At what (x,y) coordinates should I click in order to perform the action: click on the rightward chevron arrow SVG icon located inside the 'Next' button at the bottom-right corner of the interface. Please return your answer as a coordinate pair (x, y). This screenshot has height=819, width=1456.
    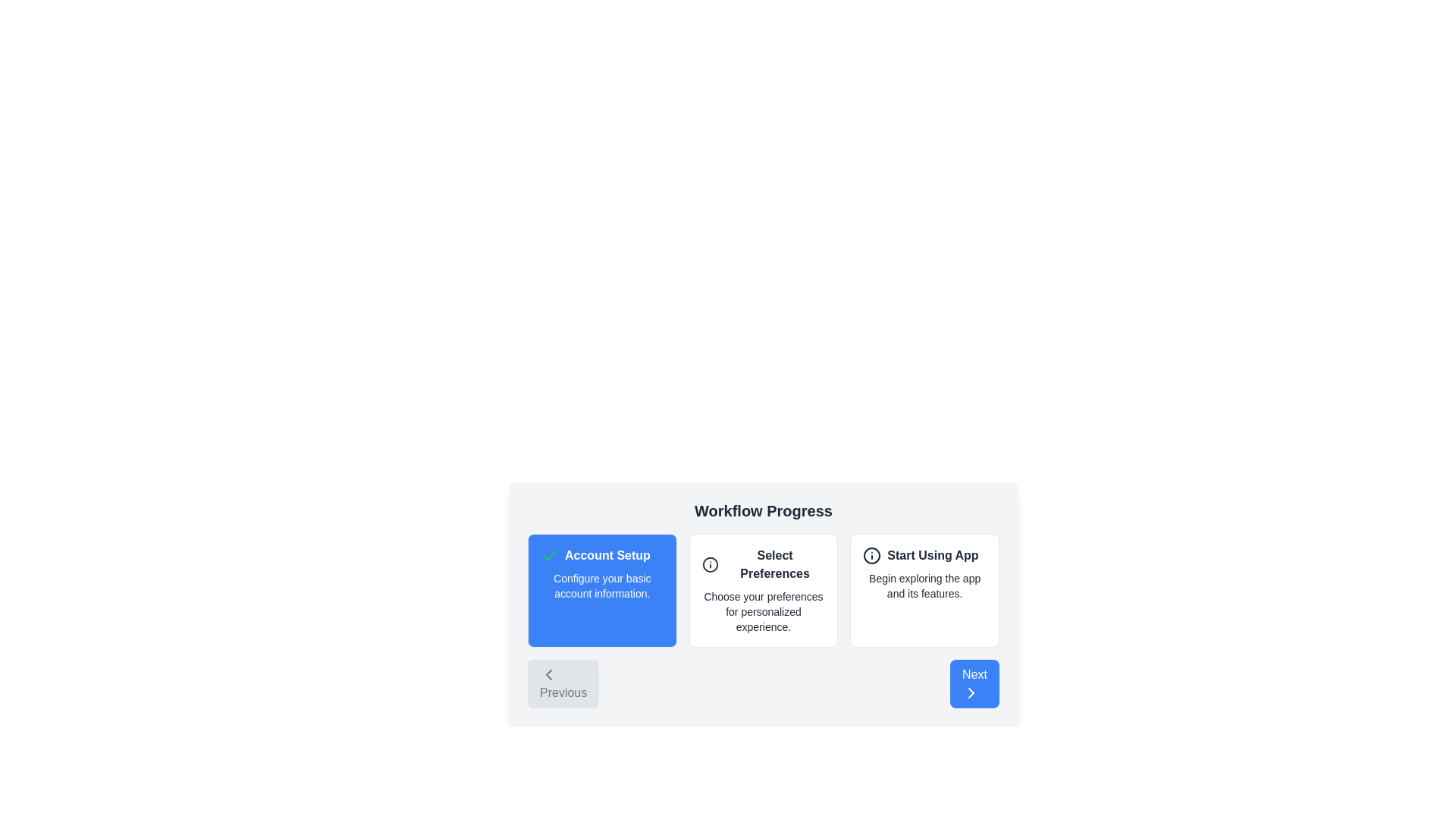
    Looking at the image, I should click on (971, 693).